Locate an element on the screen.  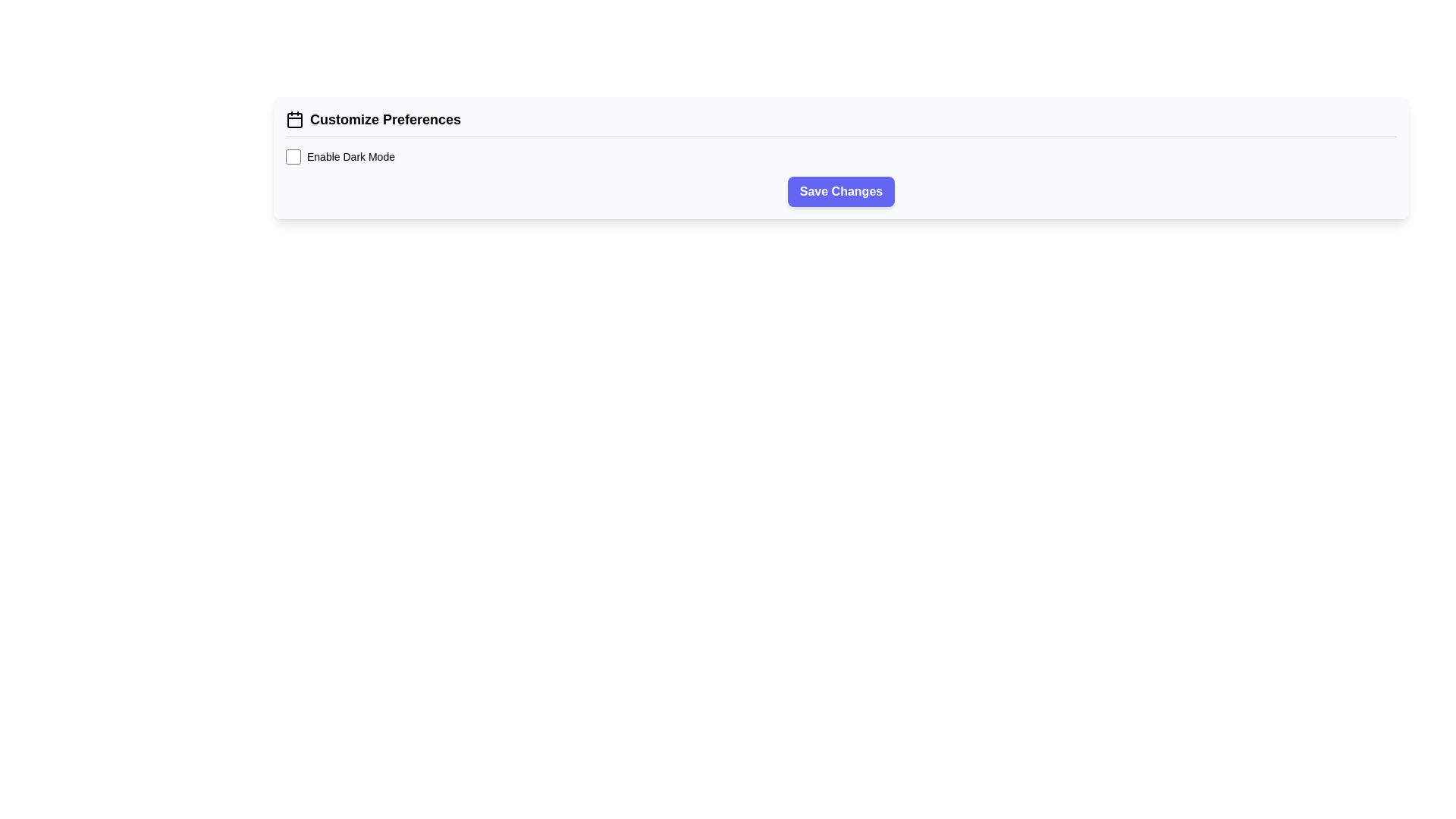
the 'Enable Dark Mode' text label, which is styled with a medium font weight and small size, located to the right of a checkbox input is located at coordinates (350, 157).